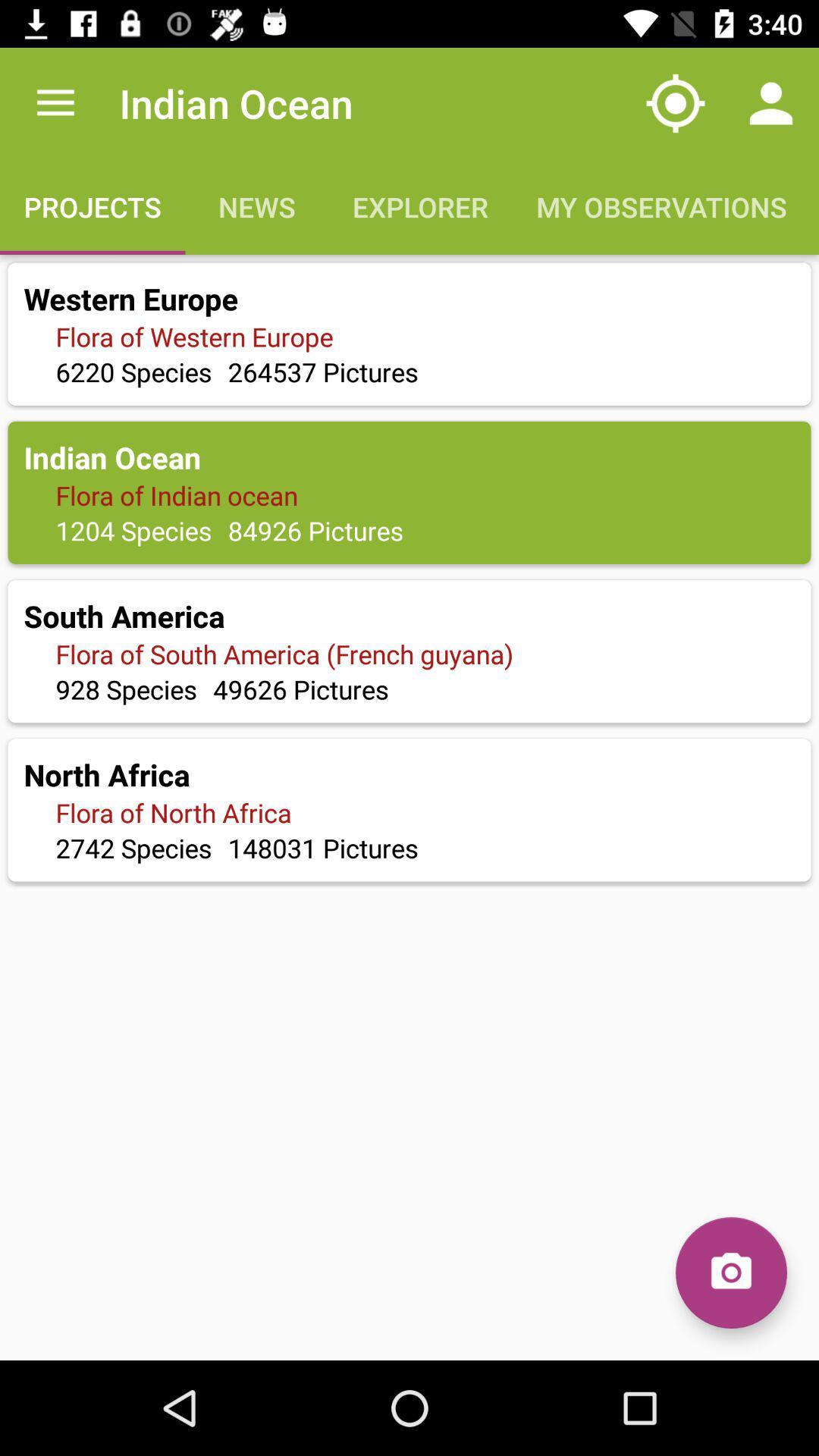 This screenshot has width=819, height=1456. What do you see at coordinates (55, 102) in the screenshot?
I see `the icon above the projects icon` at bounding box center [55, 102].